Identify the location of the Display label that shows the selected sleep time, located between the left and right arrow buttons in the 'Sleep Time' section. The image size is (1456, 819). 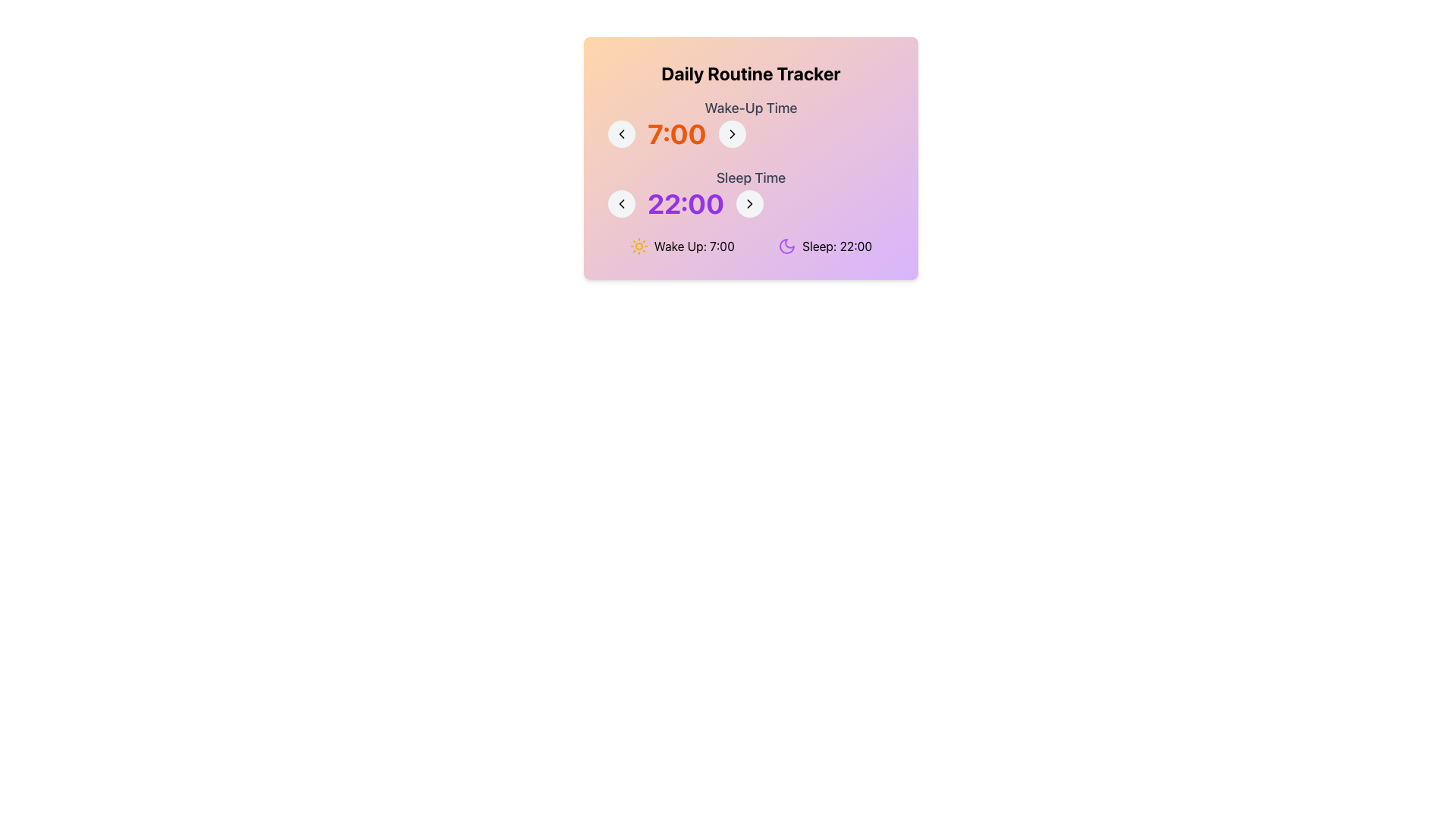
(751, 203).